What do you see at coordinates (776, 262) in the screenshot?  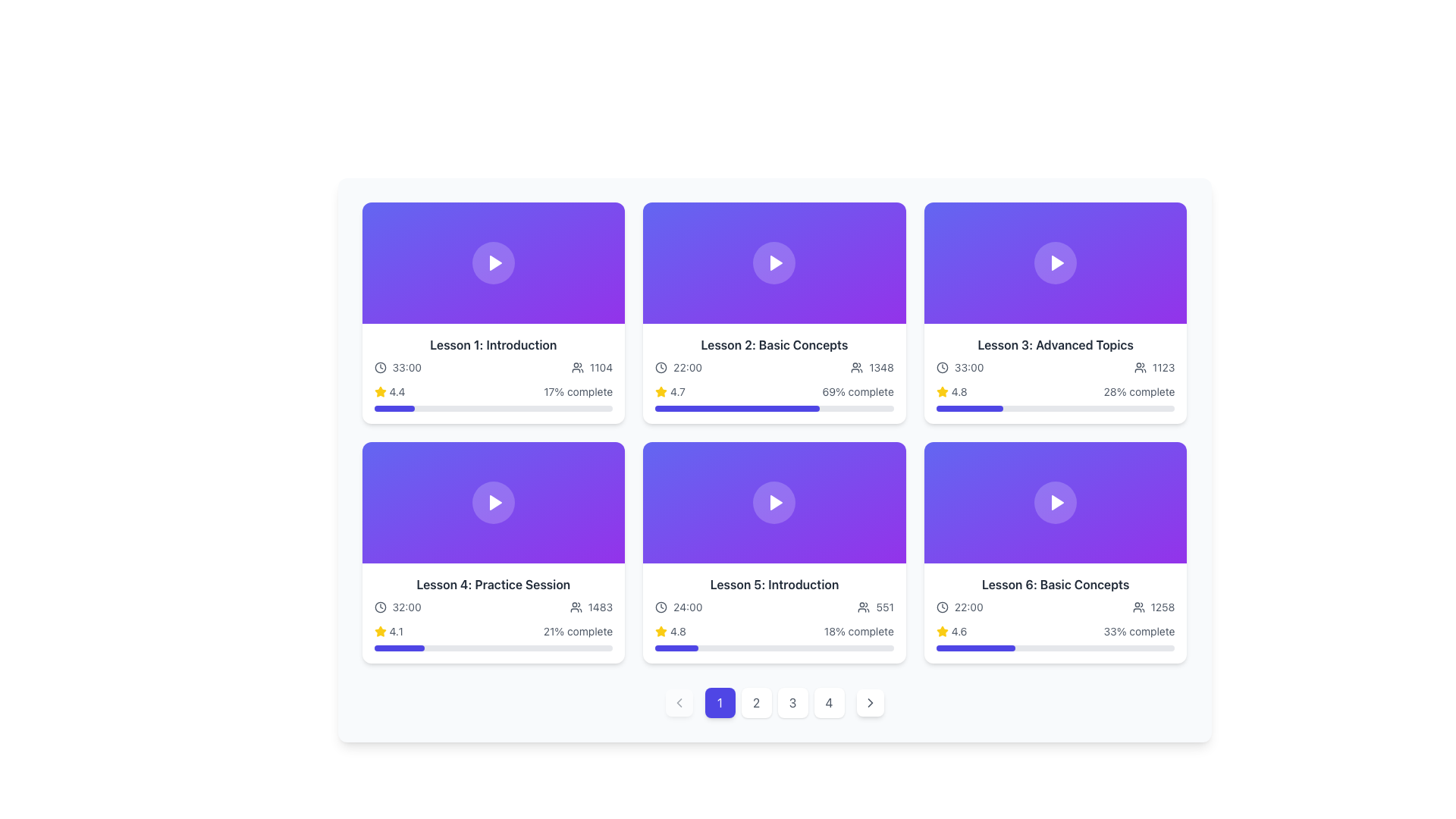 I see `the triangular icon pointing right, encased within a circular background, centered in the purple card labeled 'Lesson 2: Basic Concepts' to potentially reveal more options` at bounding box center [776, 262].